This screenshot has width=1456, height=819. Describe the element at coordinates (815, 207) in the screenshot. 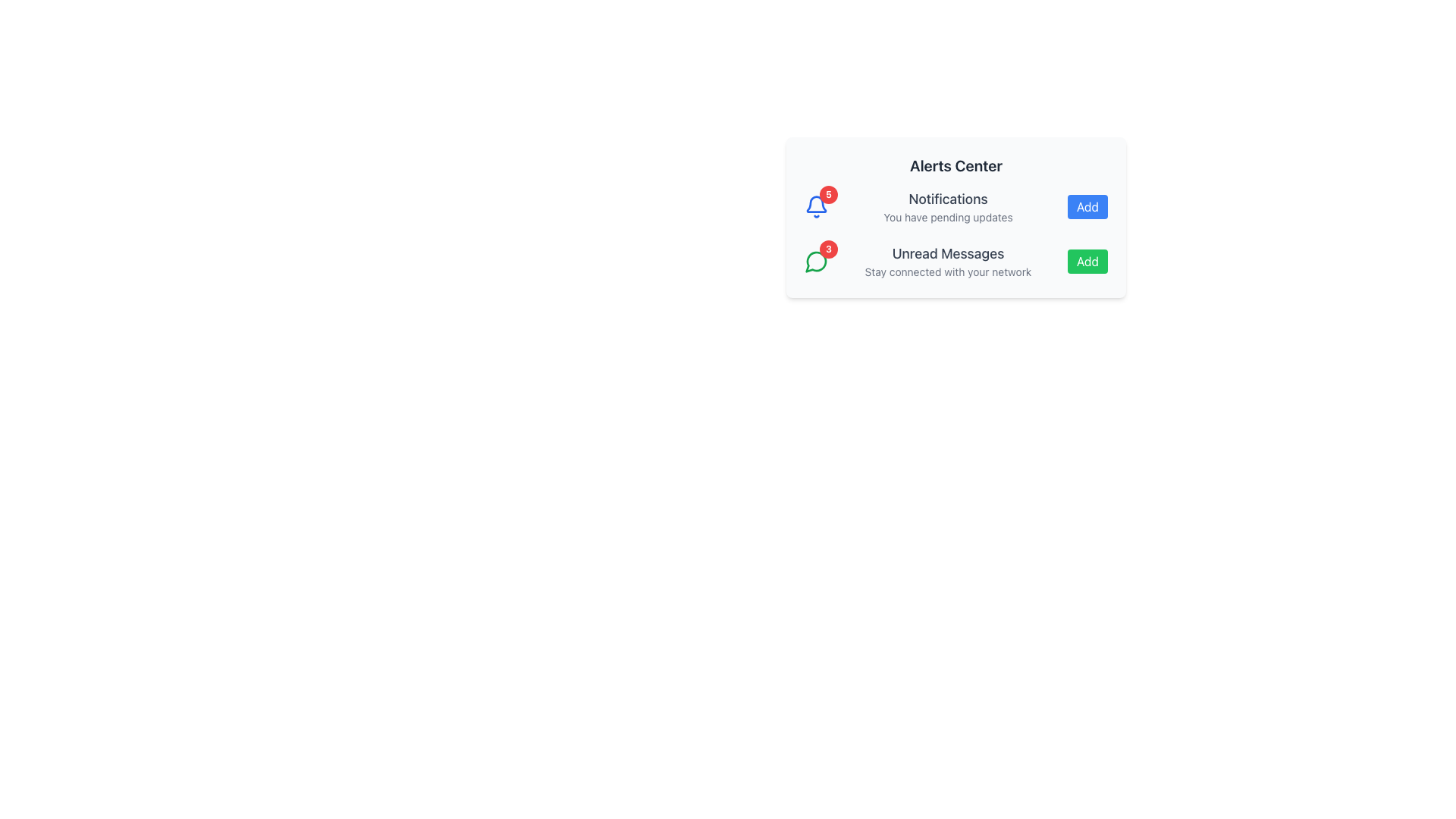

I see `the Notification Icon with Badge, which is a bell-shaped icon with a blue outline and a badge showing the number '5', located in the Notifications section` at that location.